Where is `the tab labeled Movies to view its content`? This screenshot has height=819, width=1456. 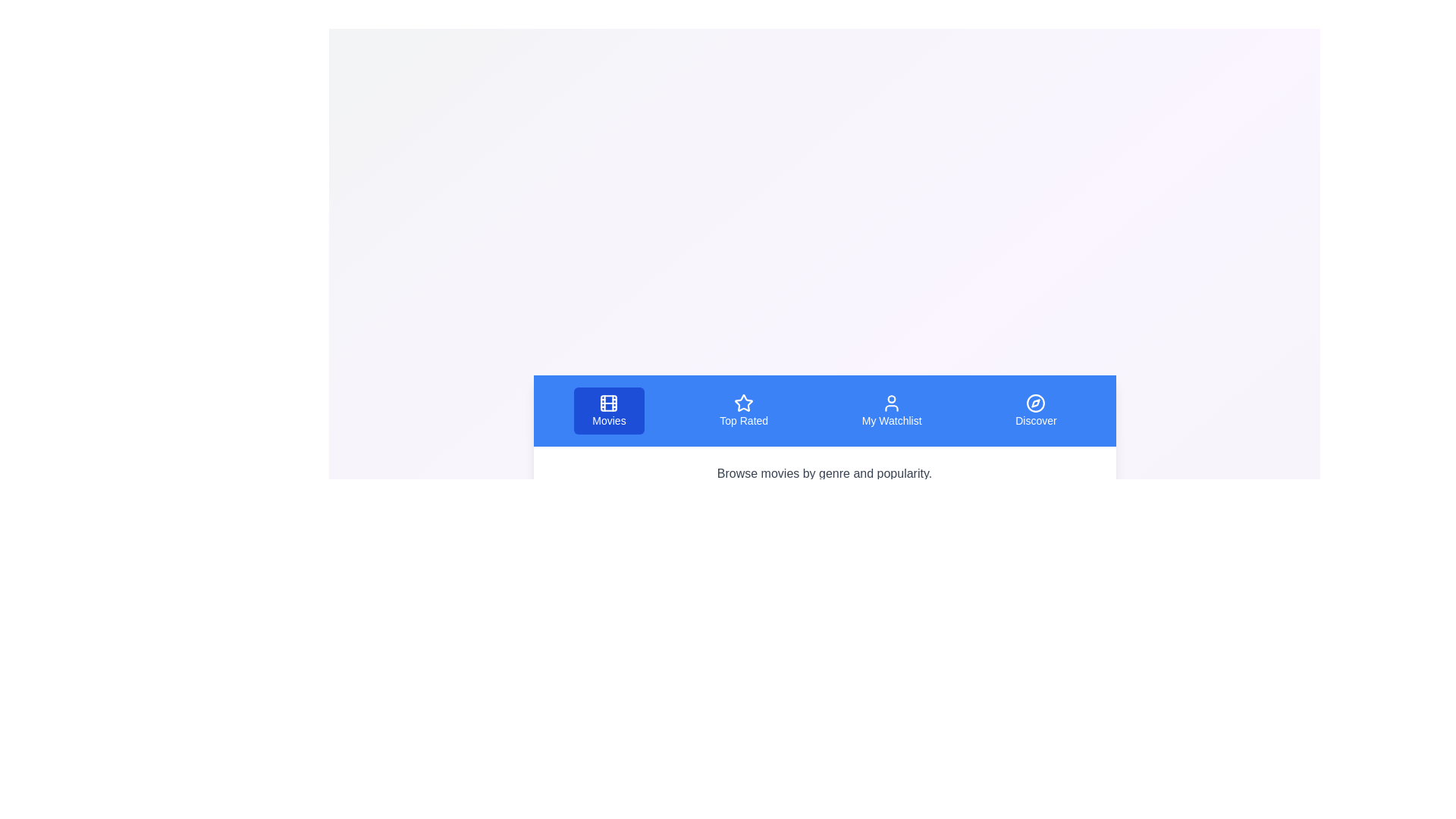 the tab labeled Movies to view its content is located at coordinates (609, 411).